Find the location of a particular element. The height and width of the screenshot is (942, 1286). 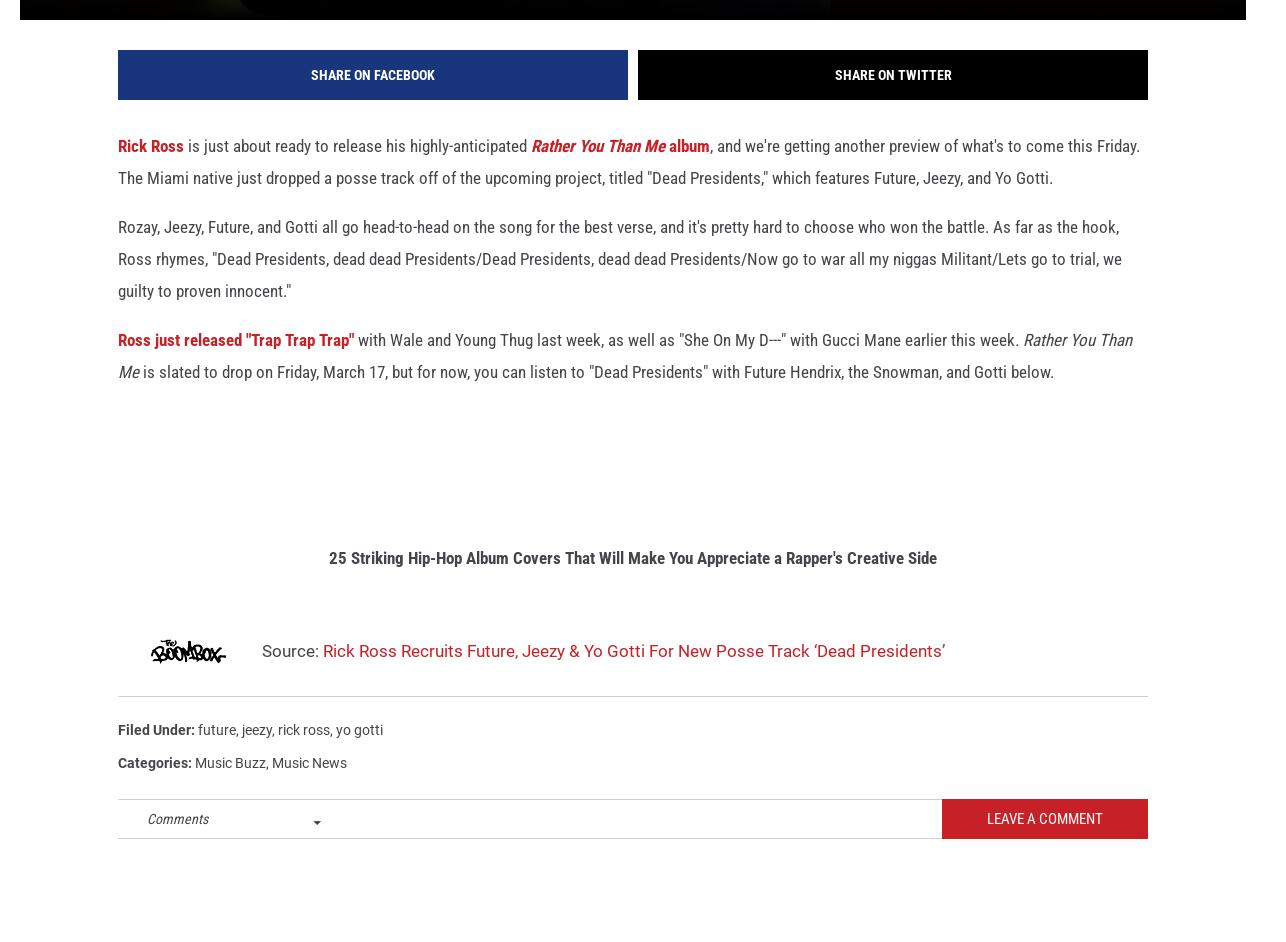

'Categories' is located at coordinates (118, 789).